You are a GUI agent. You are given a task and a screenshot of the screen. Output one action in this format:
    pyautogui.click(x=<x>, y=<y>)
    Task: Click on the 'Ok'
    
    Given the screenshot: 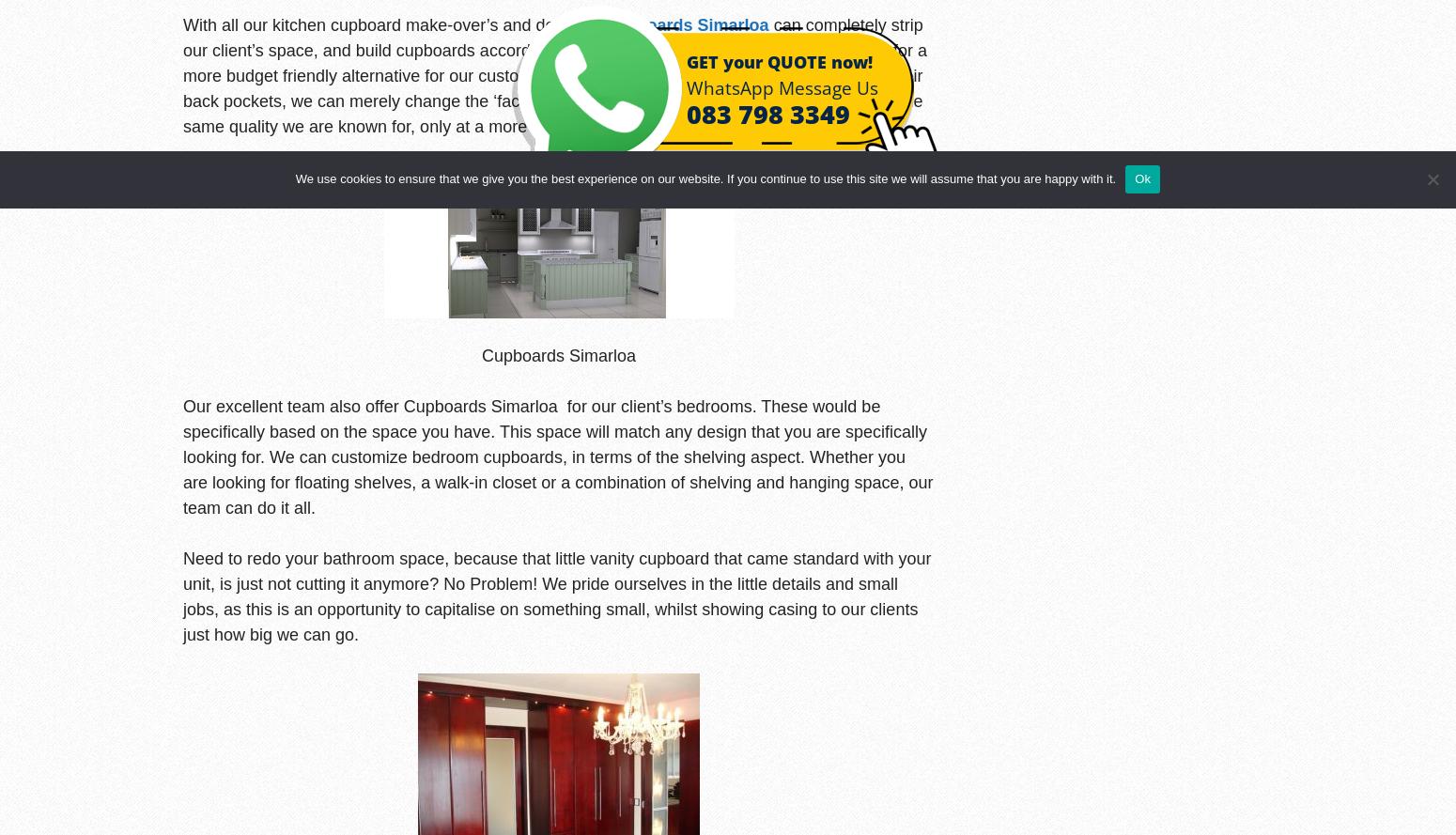 What is the action you would take?
    pyautogui.click(x=1142, y=178)
    